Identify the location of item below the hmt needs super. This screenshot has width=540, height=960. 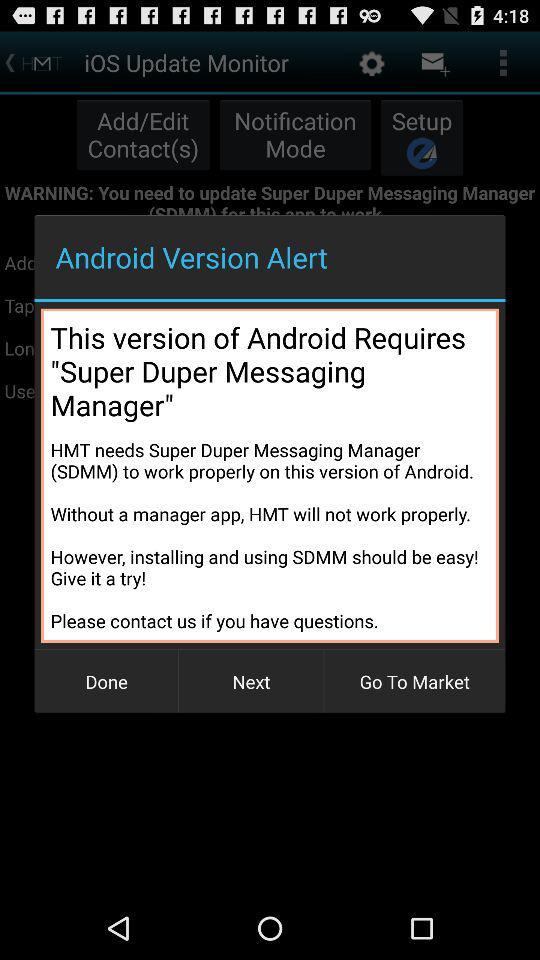
(106, 681).